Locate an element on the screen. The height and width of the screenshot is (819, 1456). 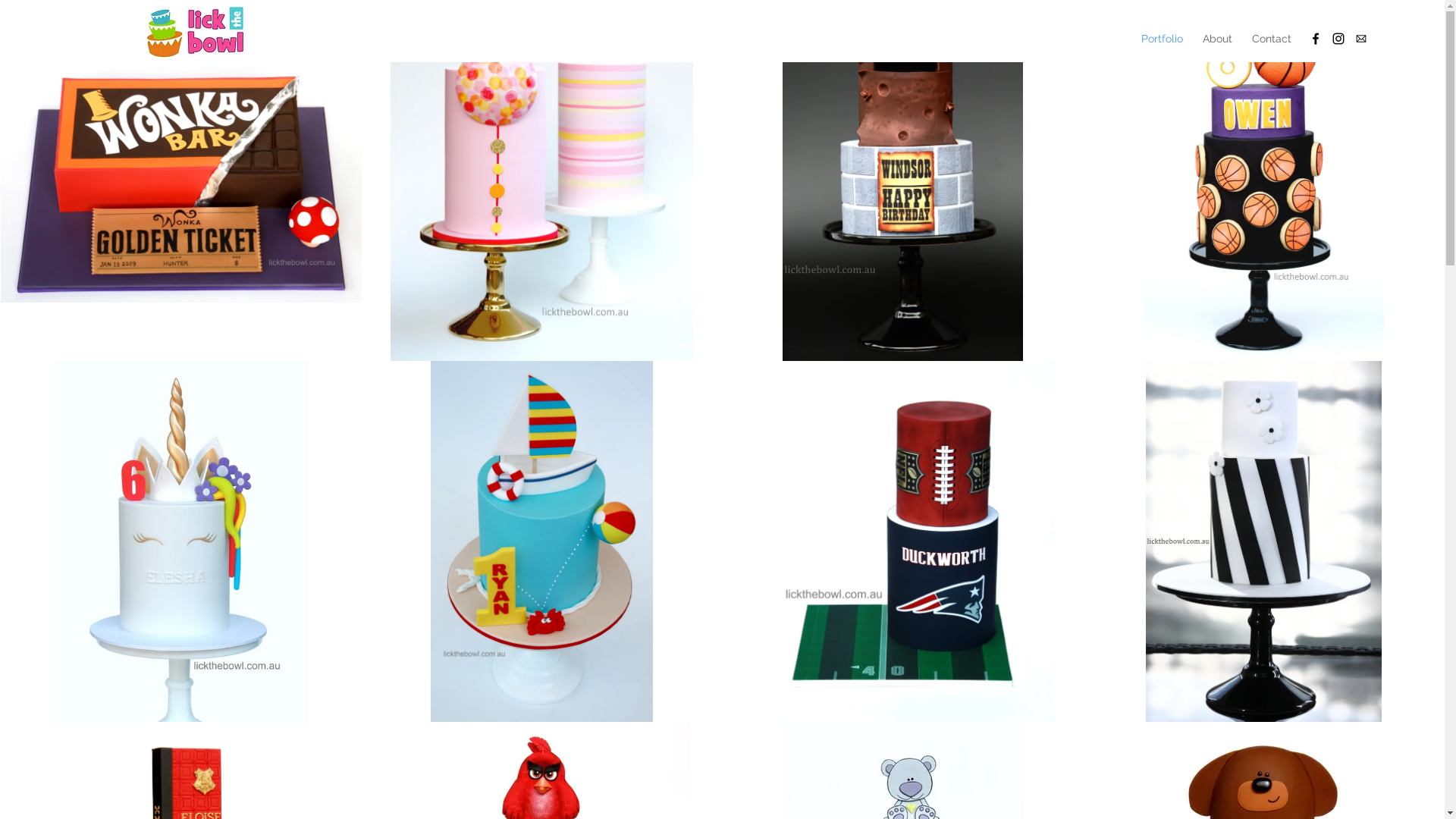
'About' is located at coordinates (1217, 37).